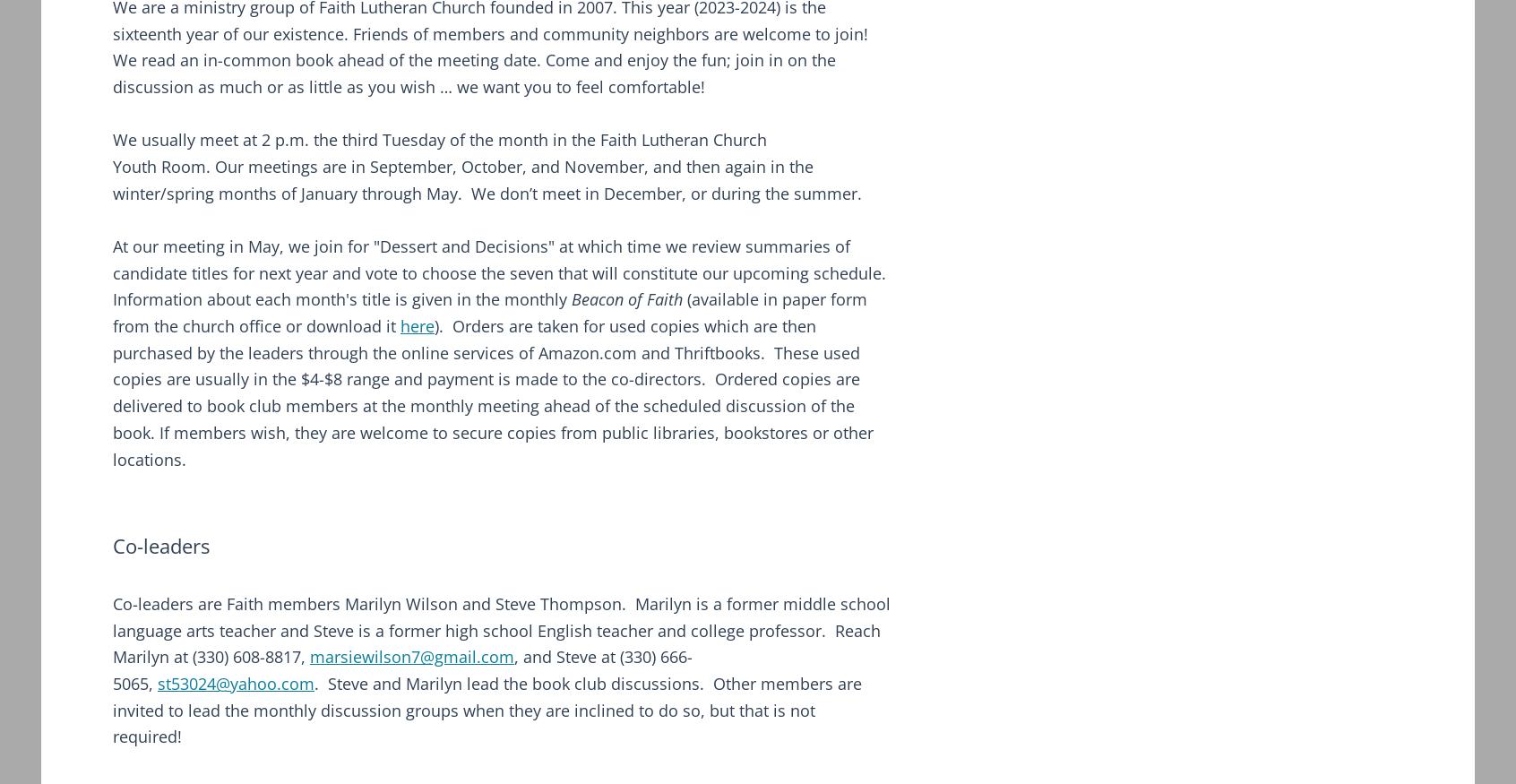 This screenshot has width=1516, height=784. I want to click on 'here', so click(400, 326).